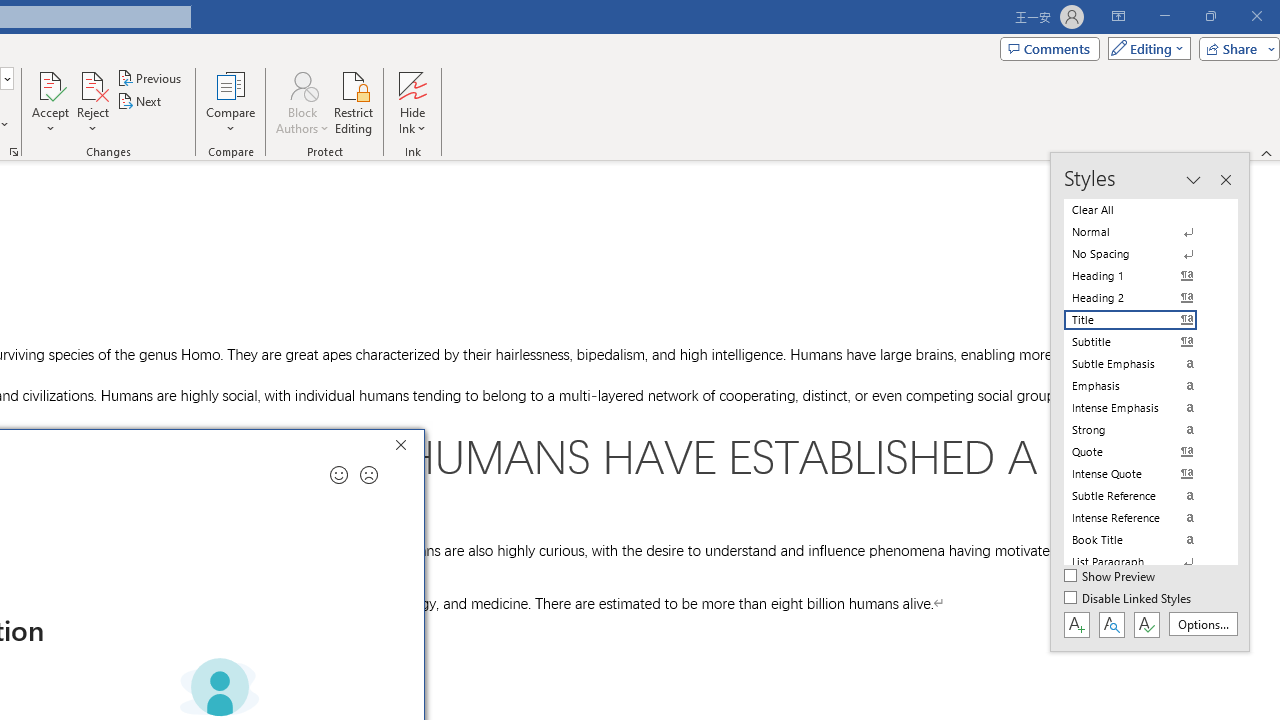 The image size is (1280, 720). Describe the element at coordinates (353, 103) in the screenshot. I see `'Restrict Editing'` at that location.